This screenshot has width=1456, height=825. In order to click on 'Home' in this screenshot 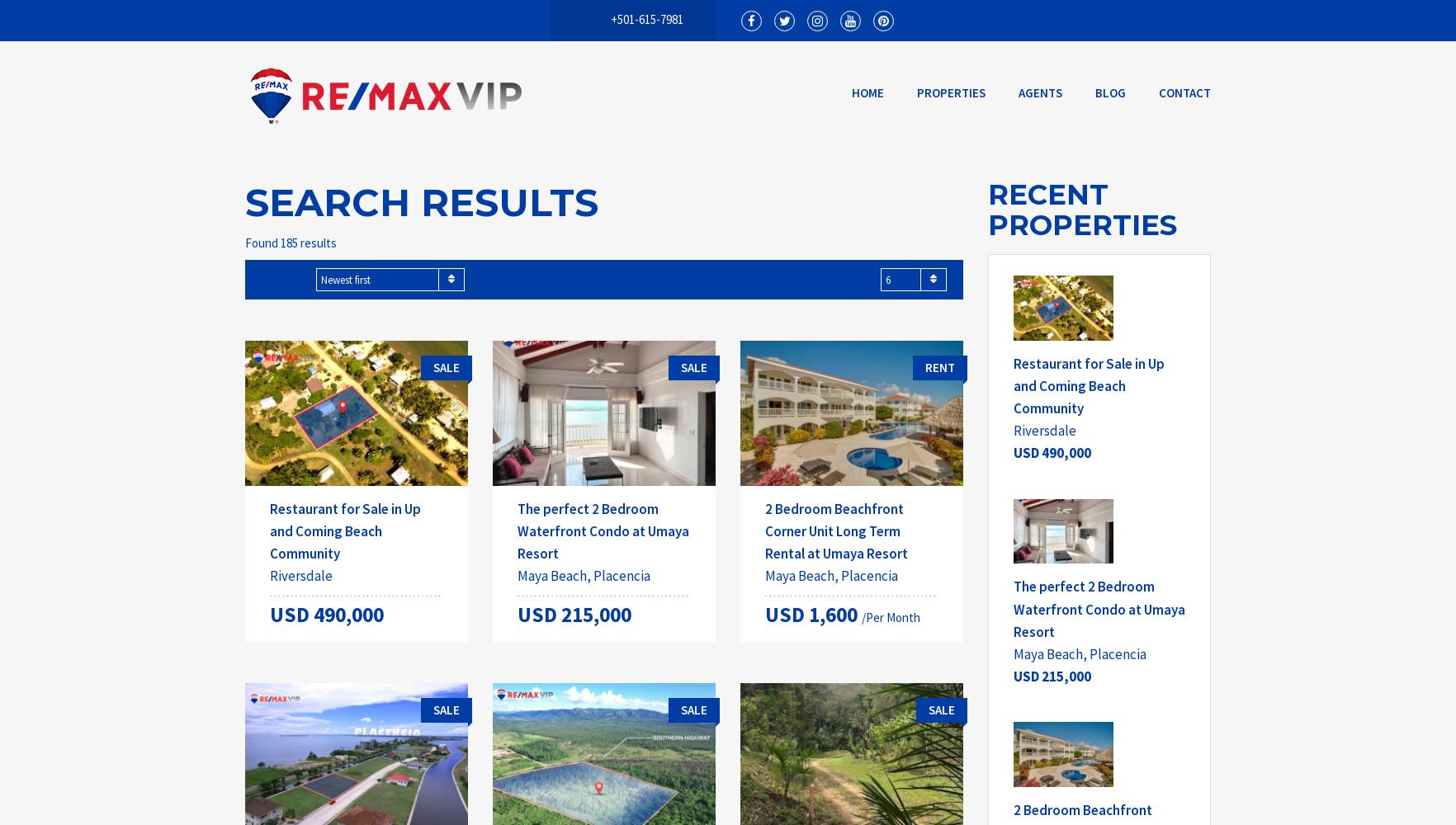, I will do `click(867, 92)`.